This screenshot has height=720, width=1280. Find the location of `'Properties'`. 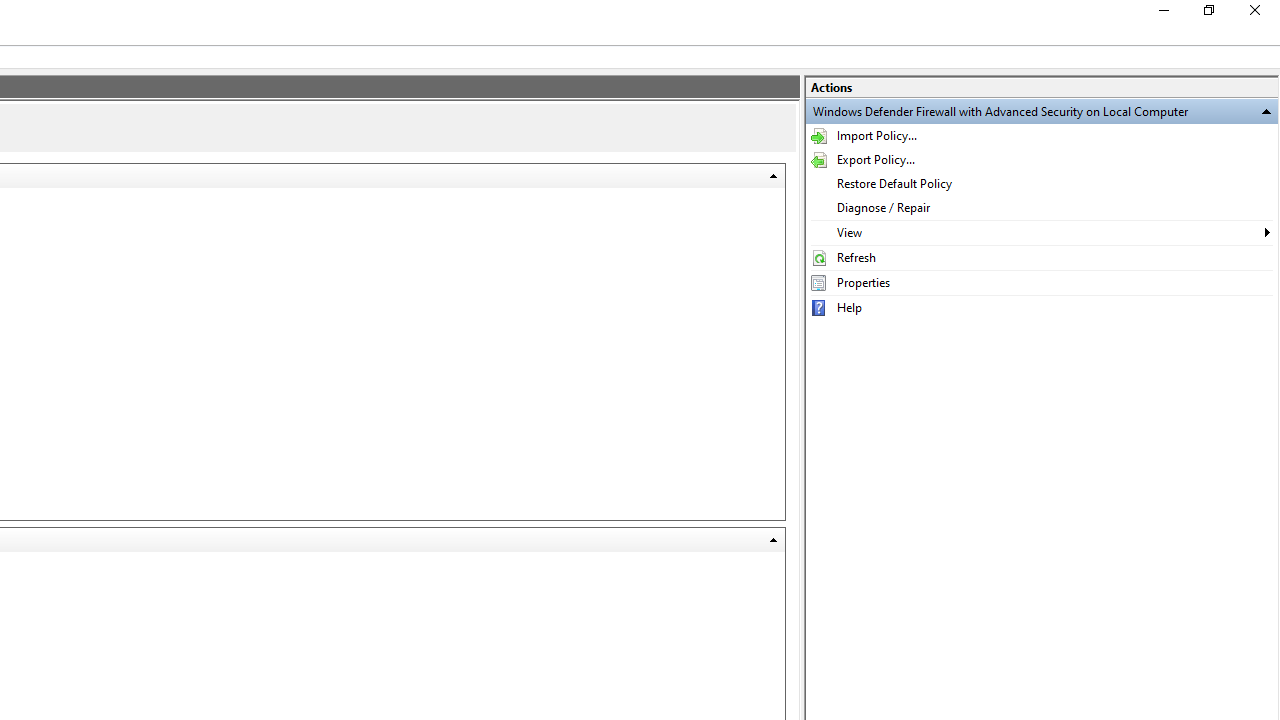

'Properties' is located at coordinates (1040, 282).